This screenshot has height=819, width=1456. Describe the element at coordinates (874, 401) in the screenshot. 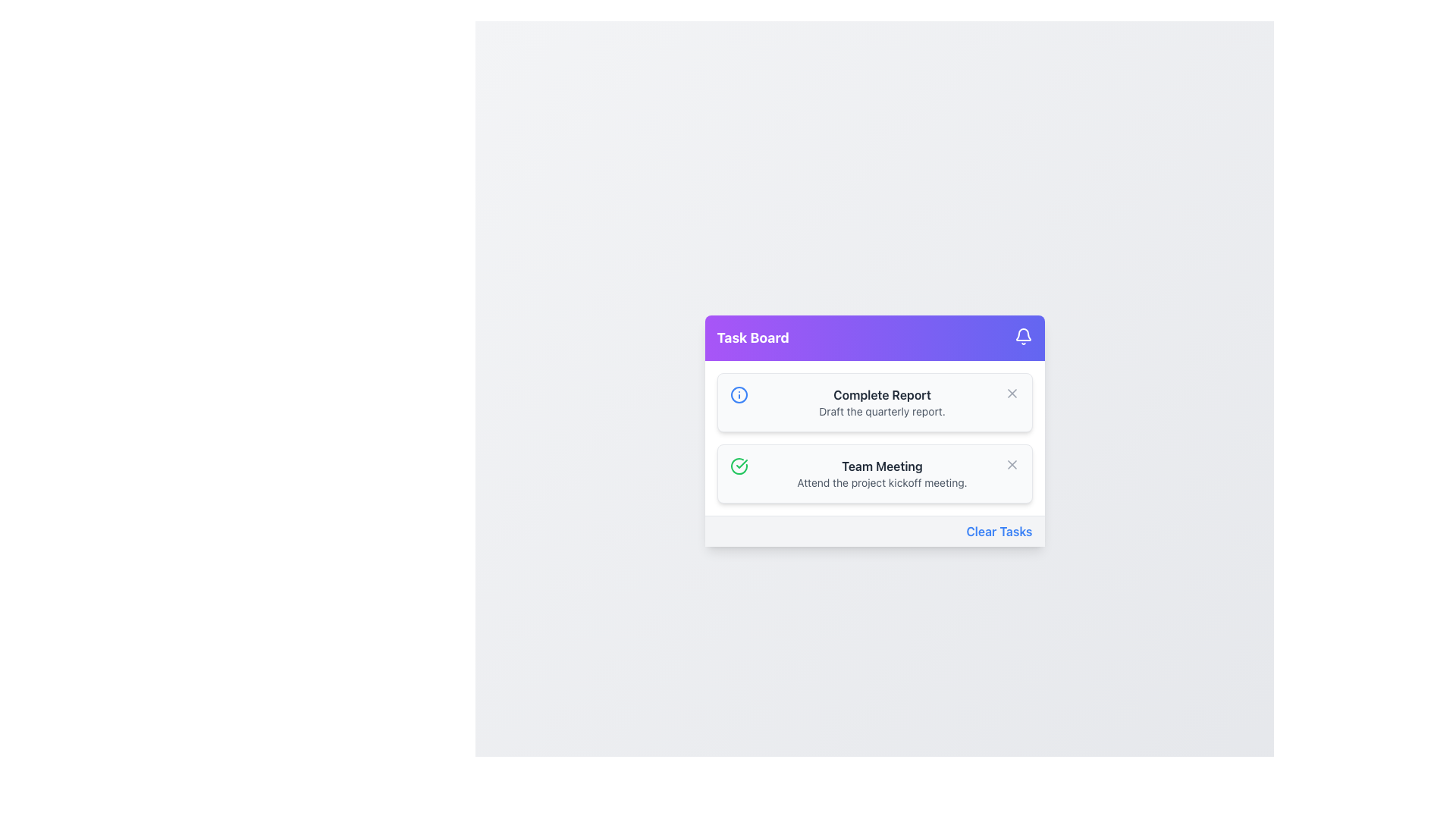

I see `the Task Card displaying 'Complete Report', which is the first task in the Task Board interface, positioned above the 'Team Meeting' task` at that location.